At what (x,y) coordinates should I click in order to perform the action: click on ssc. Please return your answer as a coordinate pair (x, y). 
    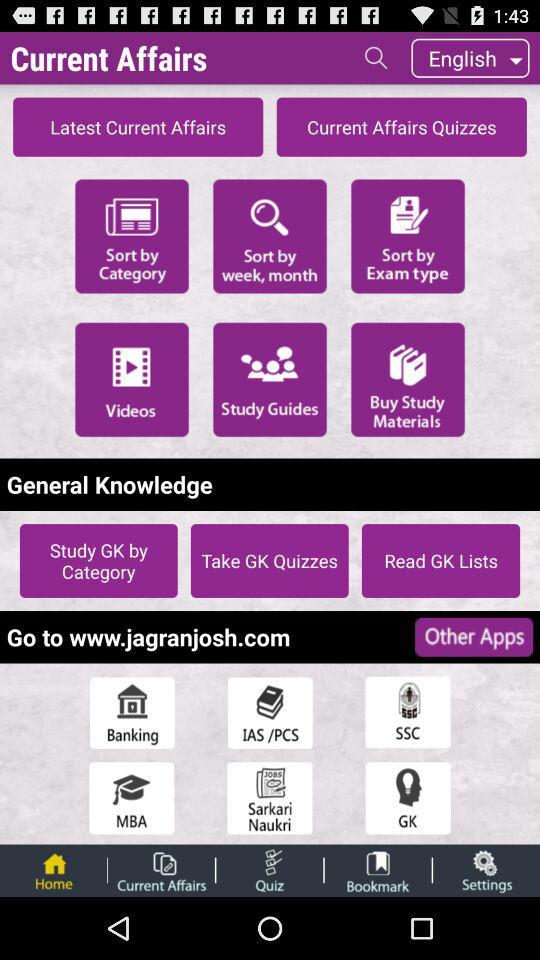
    Looking at the image, I should click on (407, 712).